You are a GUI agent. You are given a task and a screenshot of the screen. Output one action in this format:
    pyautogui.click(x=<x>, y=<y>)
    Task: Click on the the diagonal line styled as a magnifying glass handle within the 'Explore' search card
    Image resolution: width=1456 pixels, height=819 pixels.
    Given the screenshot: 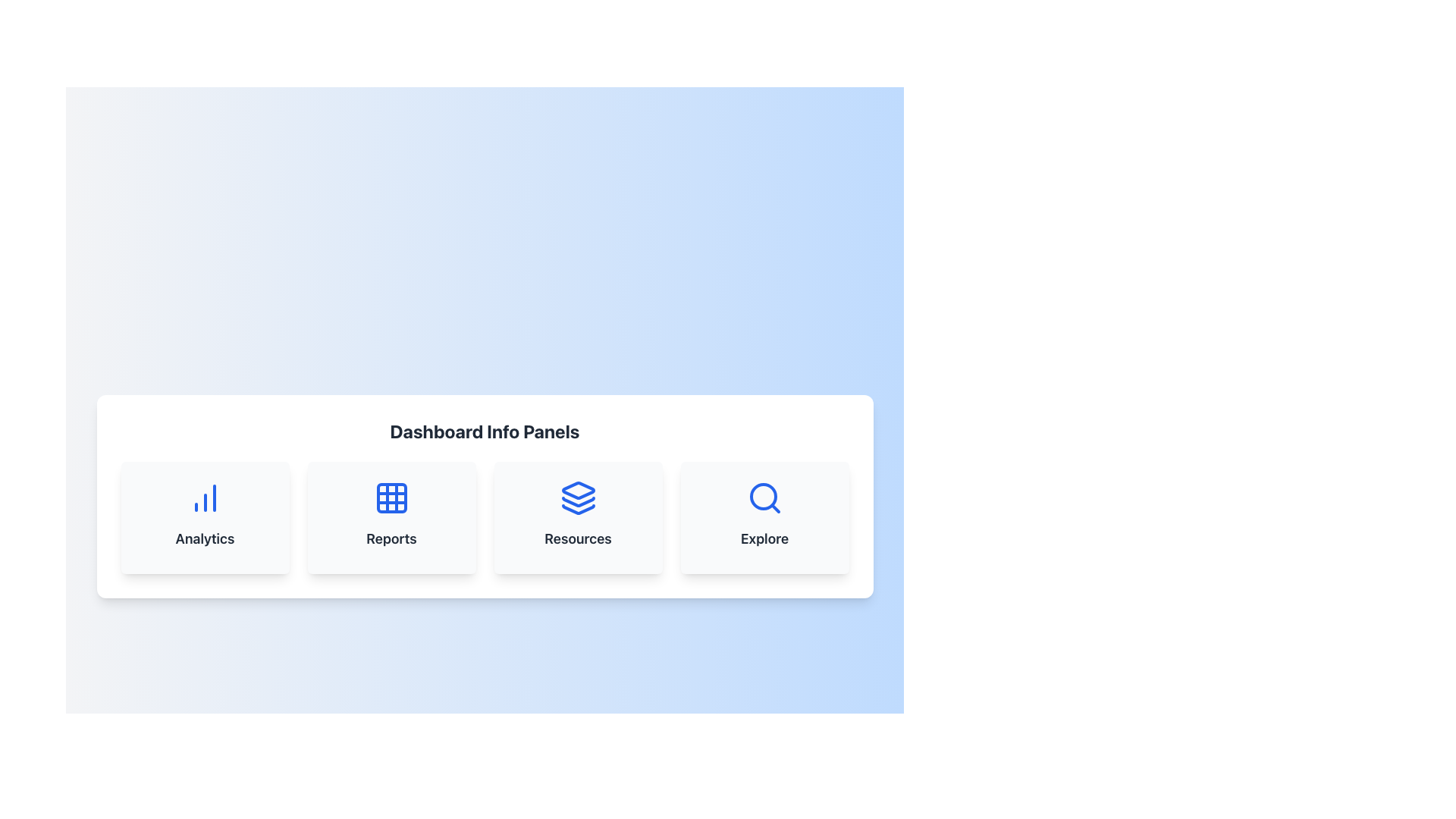 What is the action you would take?
    pyautogui.click(x=775, y=508)
    